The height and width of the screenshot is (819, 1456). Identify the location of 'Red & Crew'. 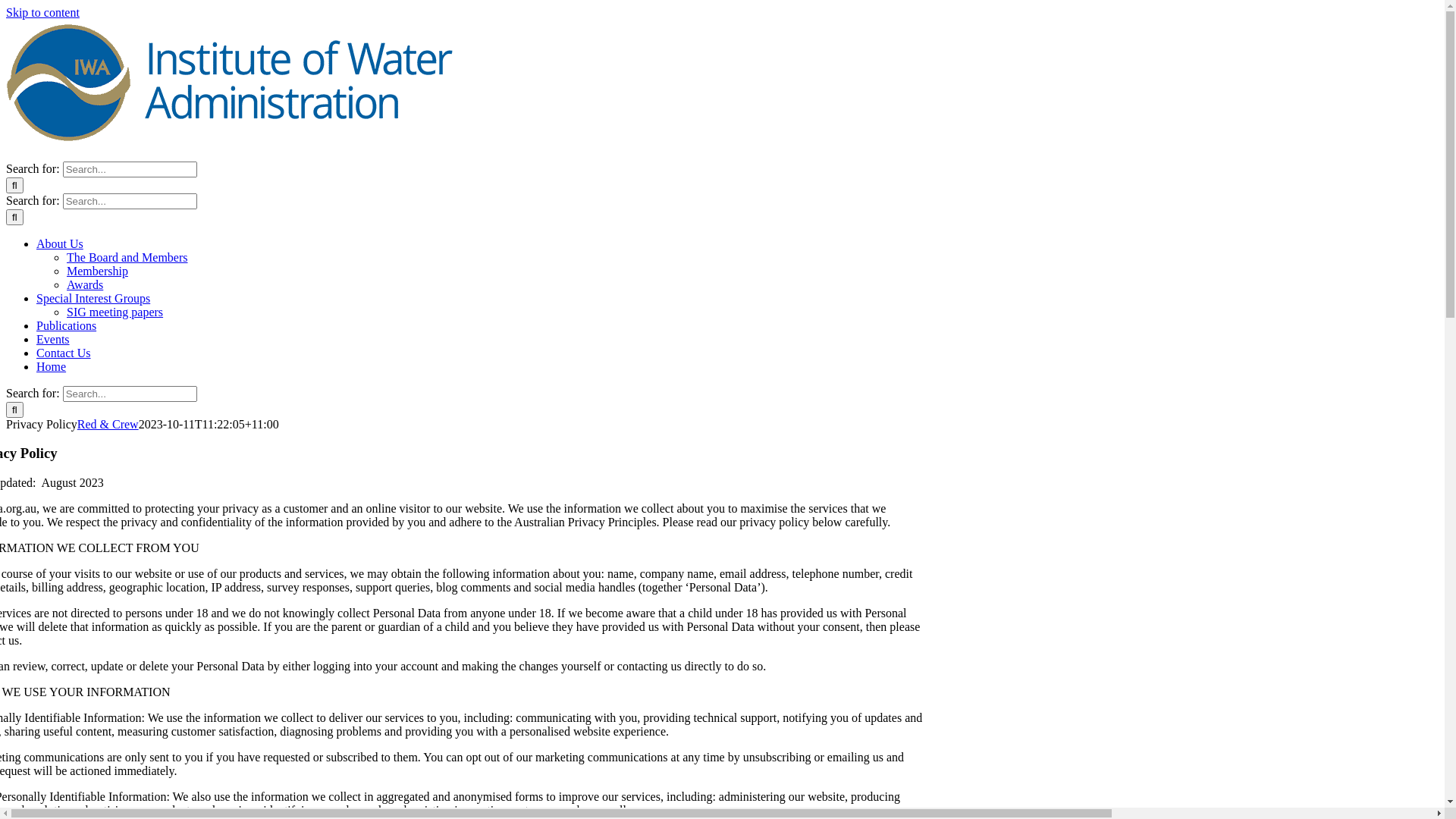
(76, 424).